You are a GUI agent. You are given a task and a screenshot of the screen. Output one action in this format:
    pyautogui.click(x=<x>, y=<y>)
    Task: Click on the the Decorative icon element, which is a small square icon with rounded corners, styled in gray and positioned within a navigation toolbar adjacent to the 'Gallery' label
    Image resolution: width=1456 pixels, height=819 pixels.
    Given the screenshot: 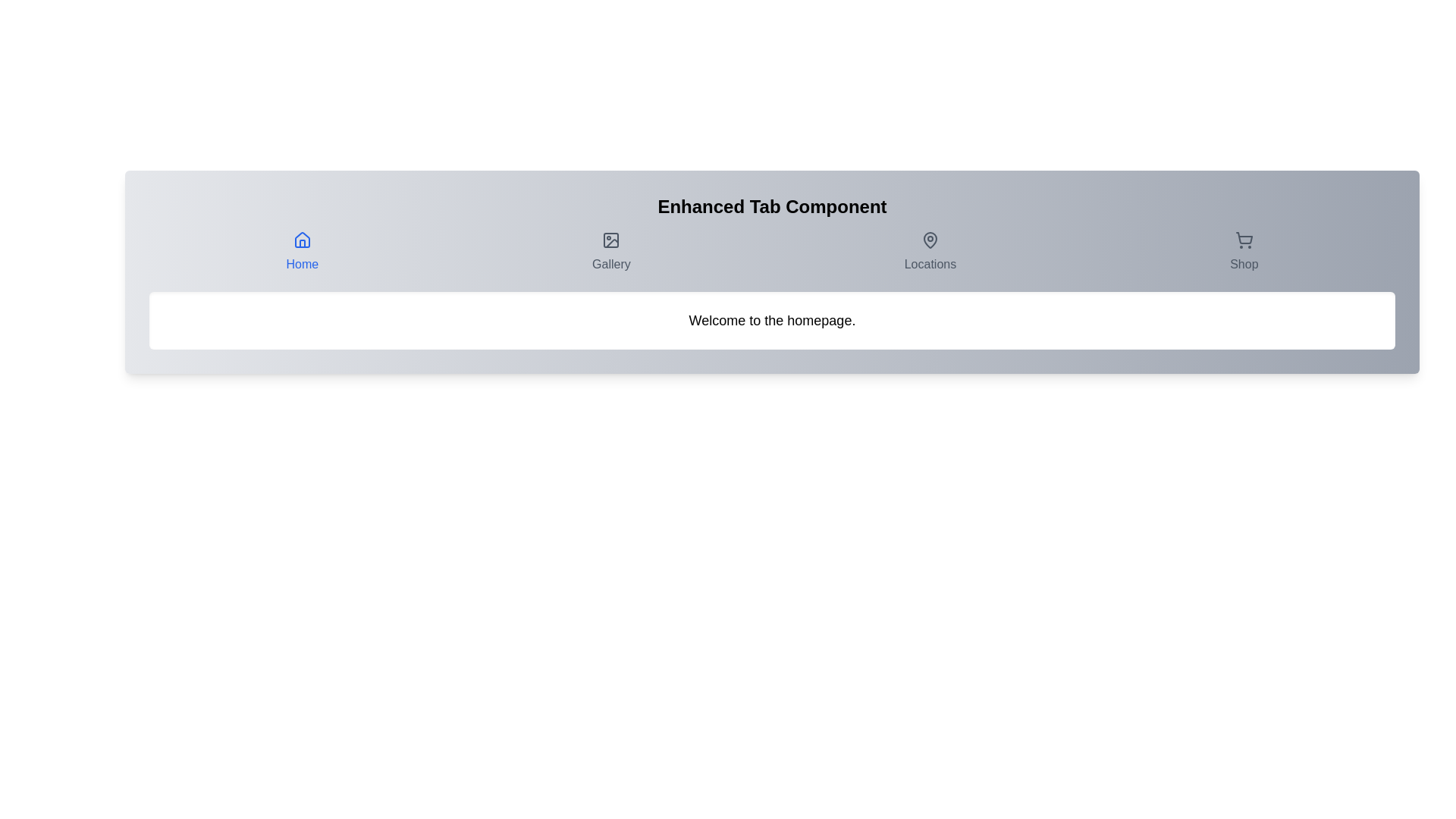 What is the action you would take?
    pyautogui.click(x=611, y=239)
    